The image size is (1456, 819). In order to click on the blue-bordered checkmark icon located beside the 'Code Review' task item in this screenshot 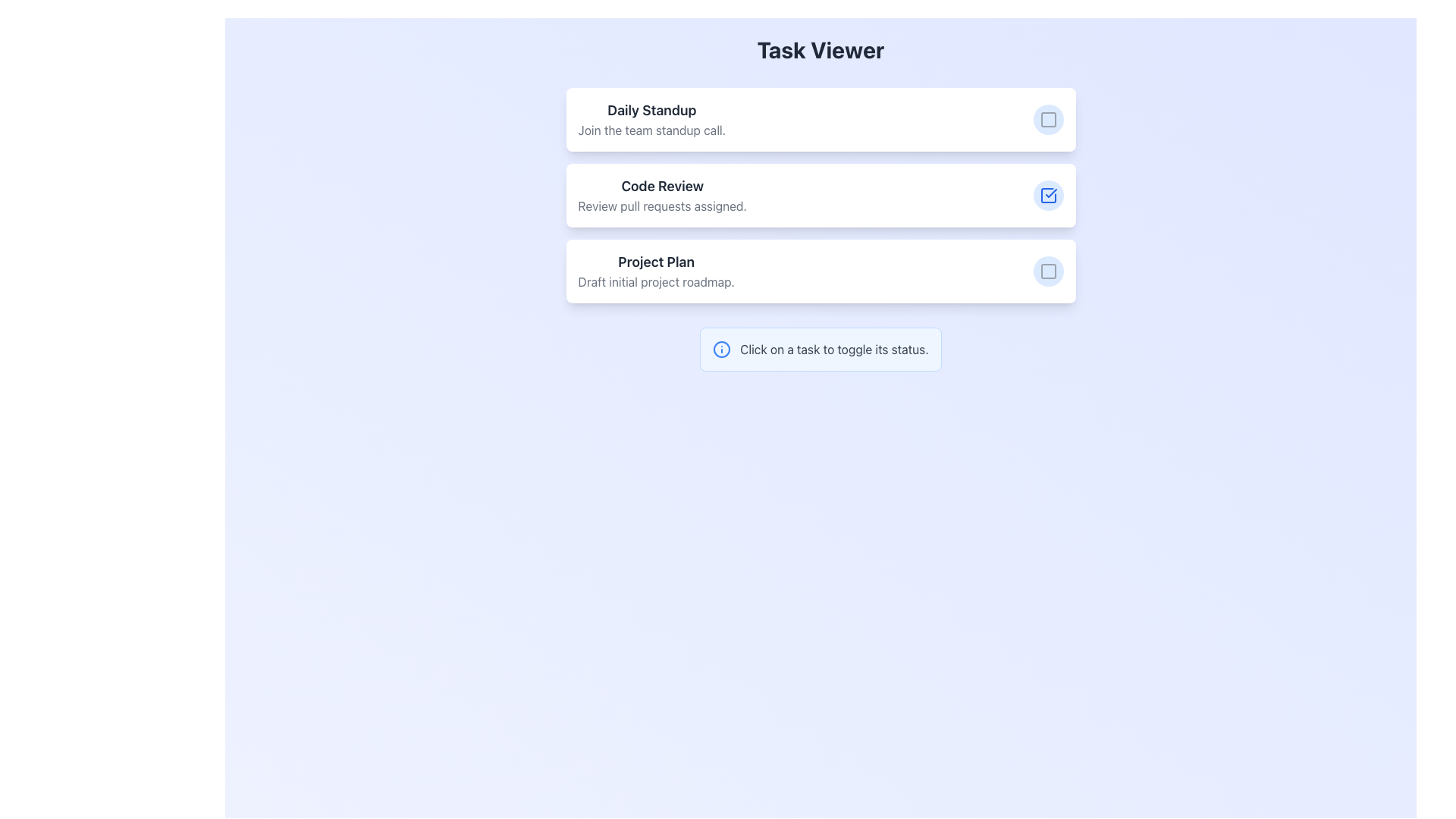, I will do `click(1047, 195)`.